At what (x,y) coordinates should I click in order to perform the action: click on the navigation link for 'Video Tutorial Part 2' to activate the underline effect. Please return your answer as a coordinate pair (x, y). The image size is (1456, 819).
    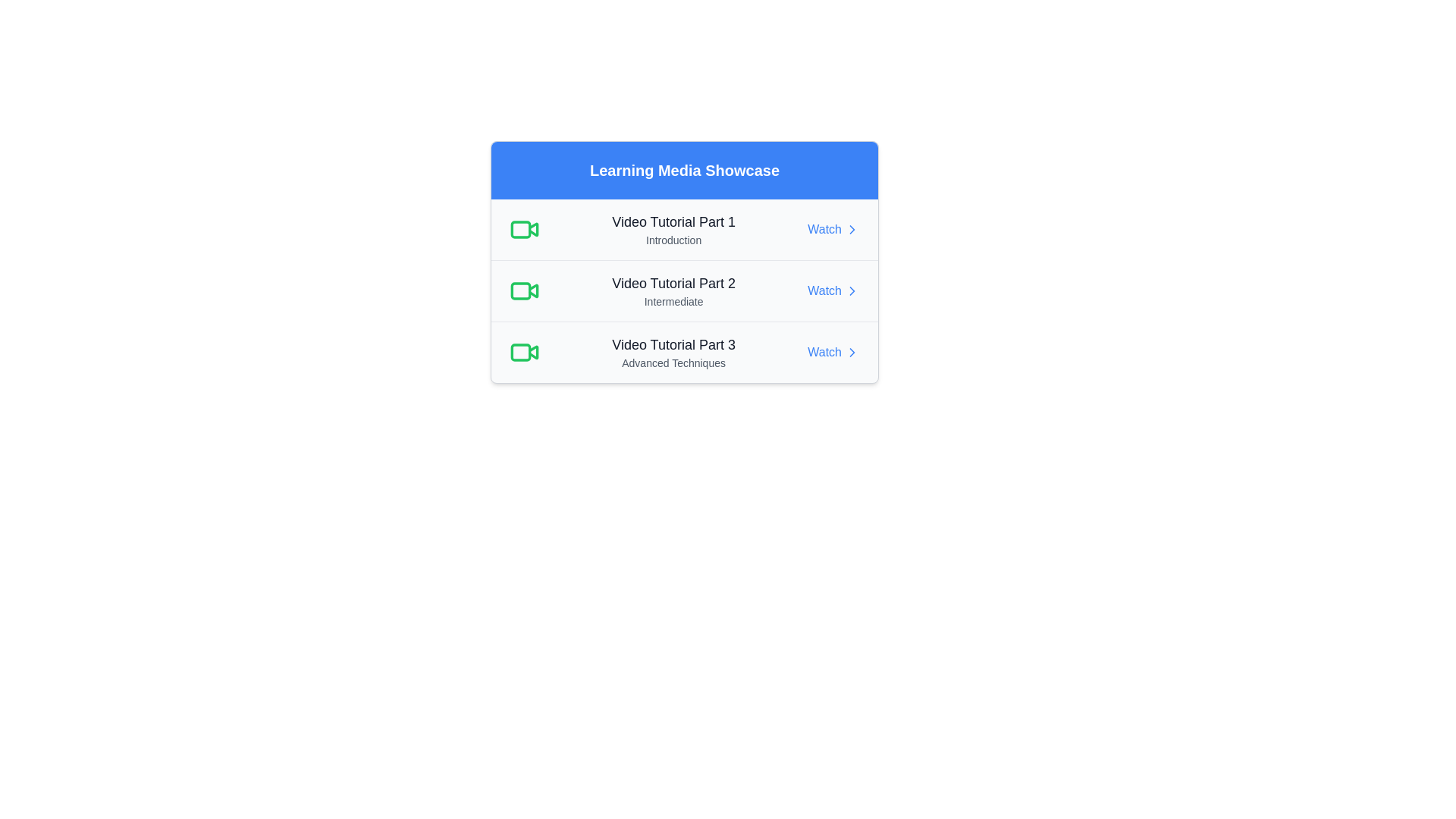
    Looking at the image, I should click on (833, 291).